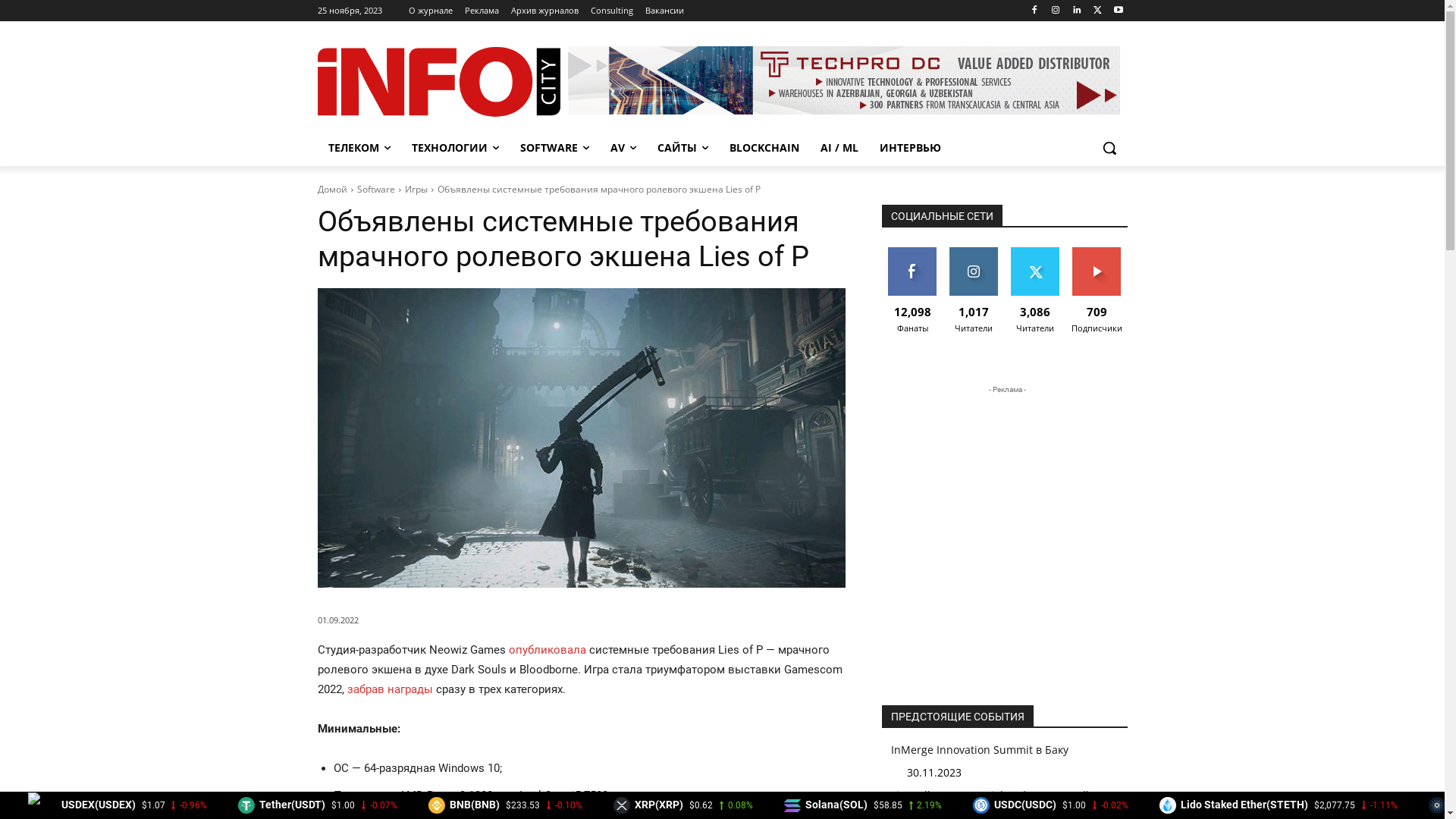  Describe the element at coordinates (356, 188) in the screenshot. I see `'Software'` at that location.